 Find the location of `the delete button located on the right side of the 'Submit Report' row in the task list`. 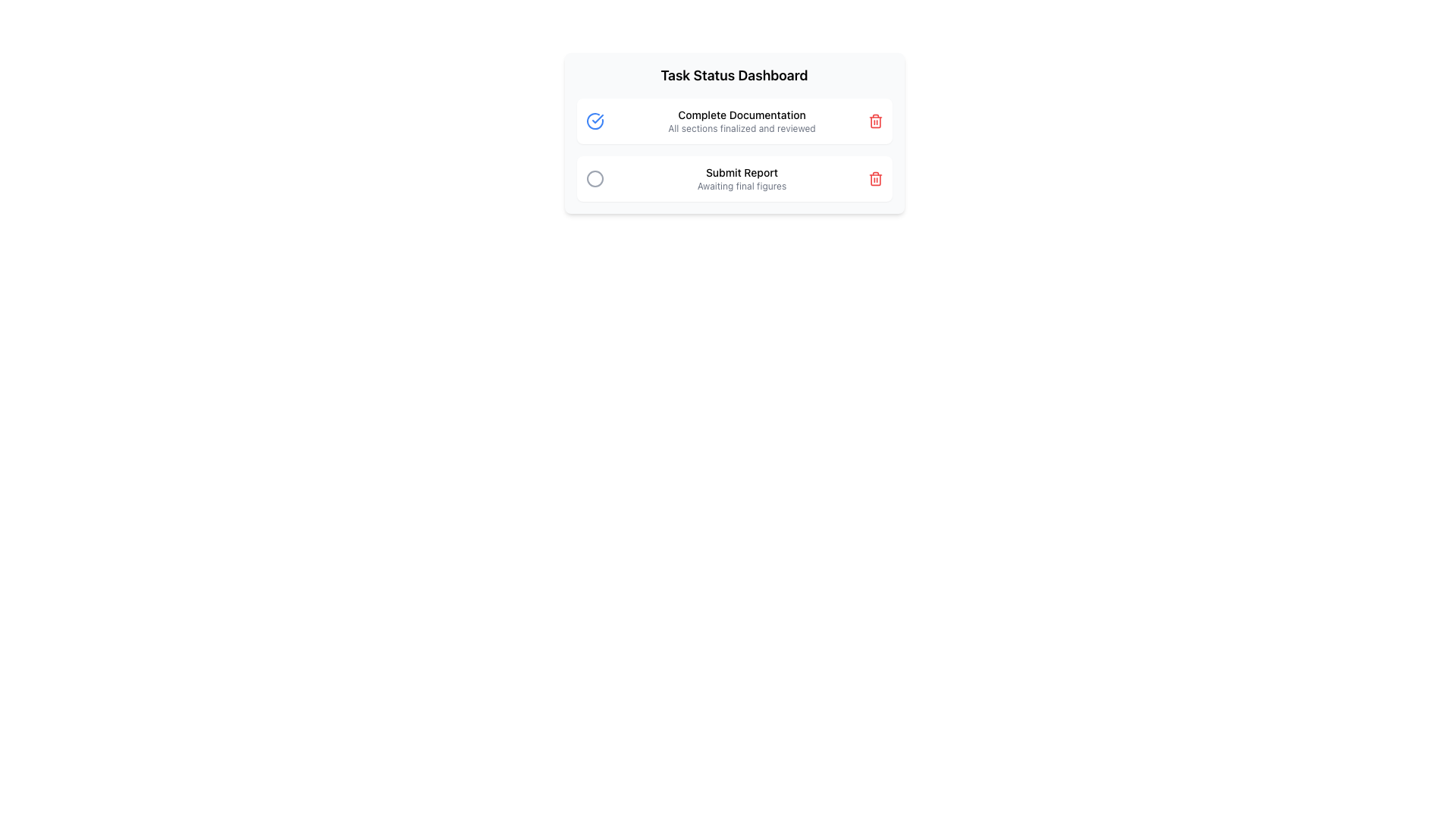

the delete button located on the right side of the 'Submit Report' row in the task list is located at coordinates (875, 177).